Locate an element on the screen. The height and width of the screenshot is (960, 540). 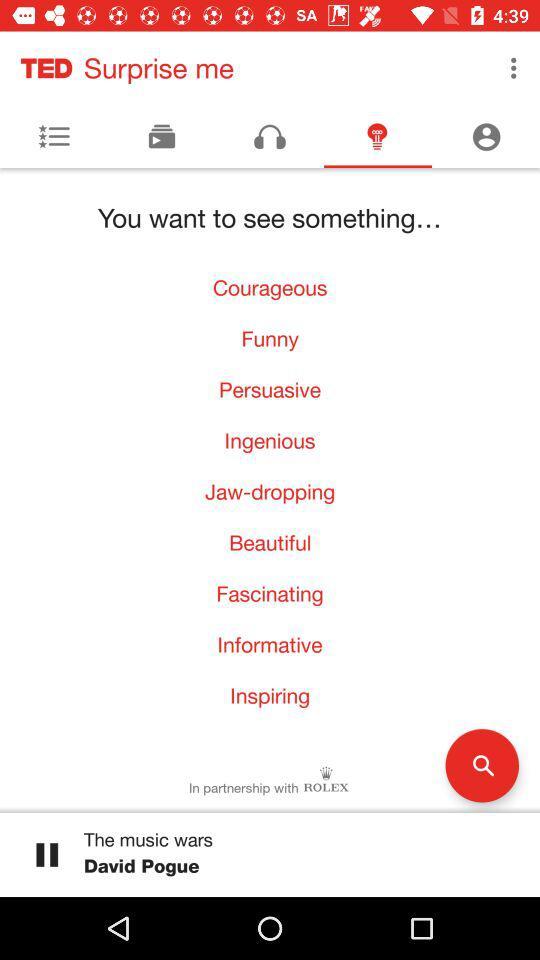
the item above beautiful item is located at coordinates (270, 490).